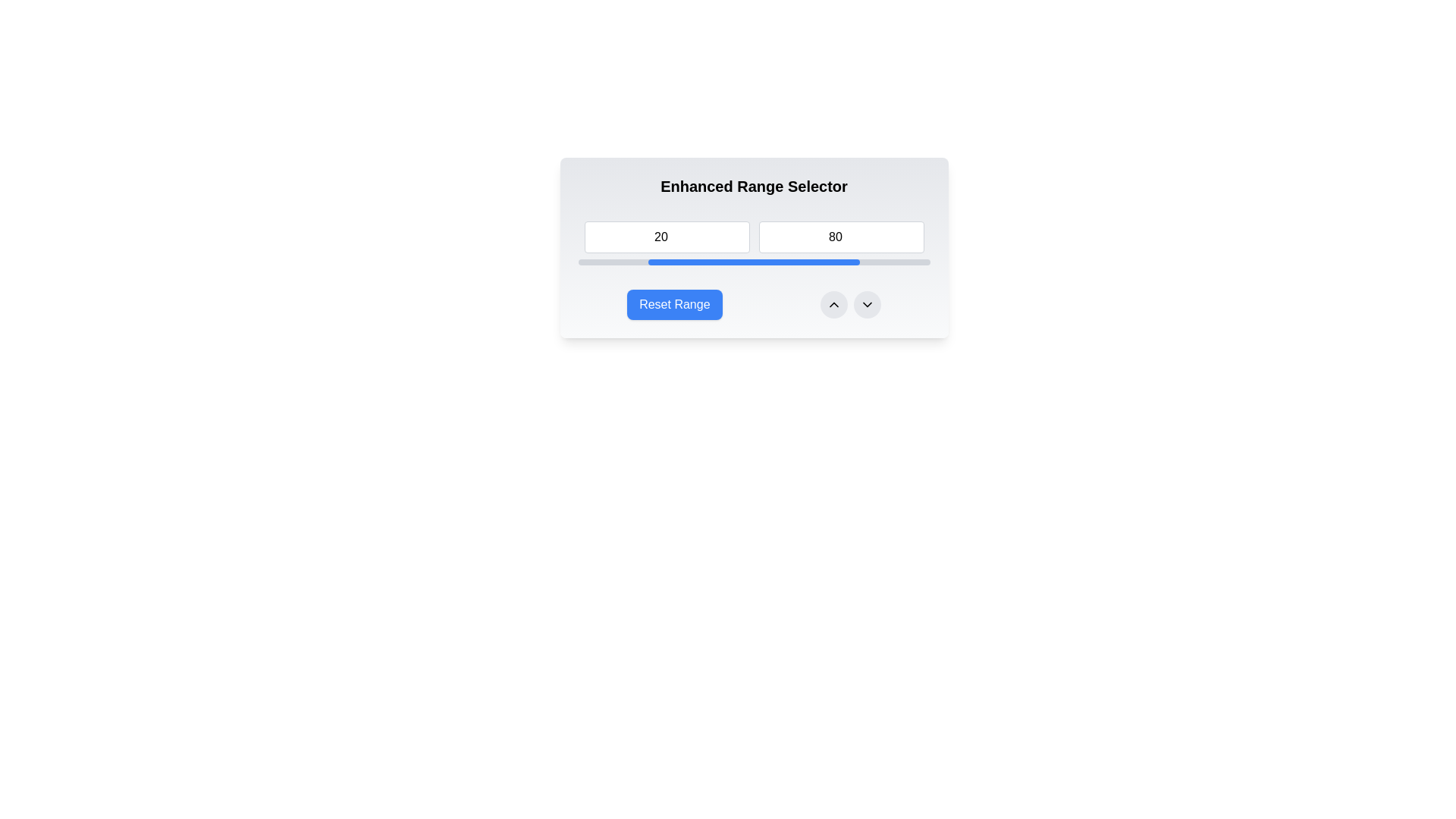 The image size is (1456, 819). What do you see at coordinates (833, 304) in the screenshot?
I see `the circular button with a light gray background and an upwards-pointing chevron icon, located in the lower-right part of the layout` at bounding box center [833, 304].